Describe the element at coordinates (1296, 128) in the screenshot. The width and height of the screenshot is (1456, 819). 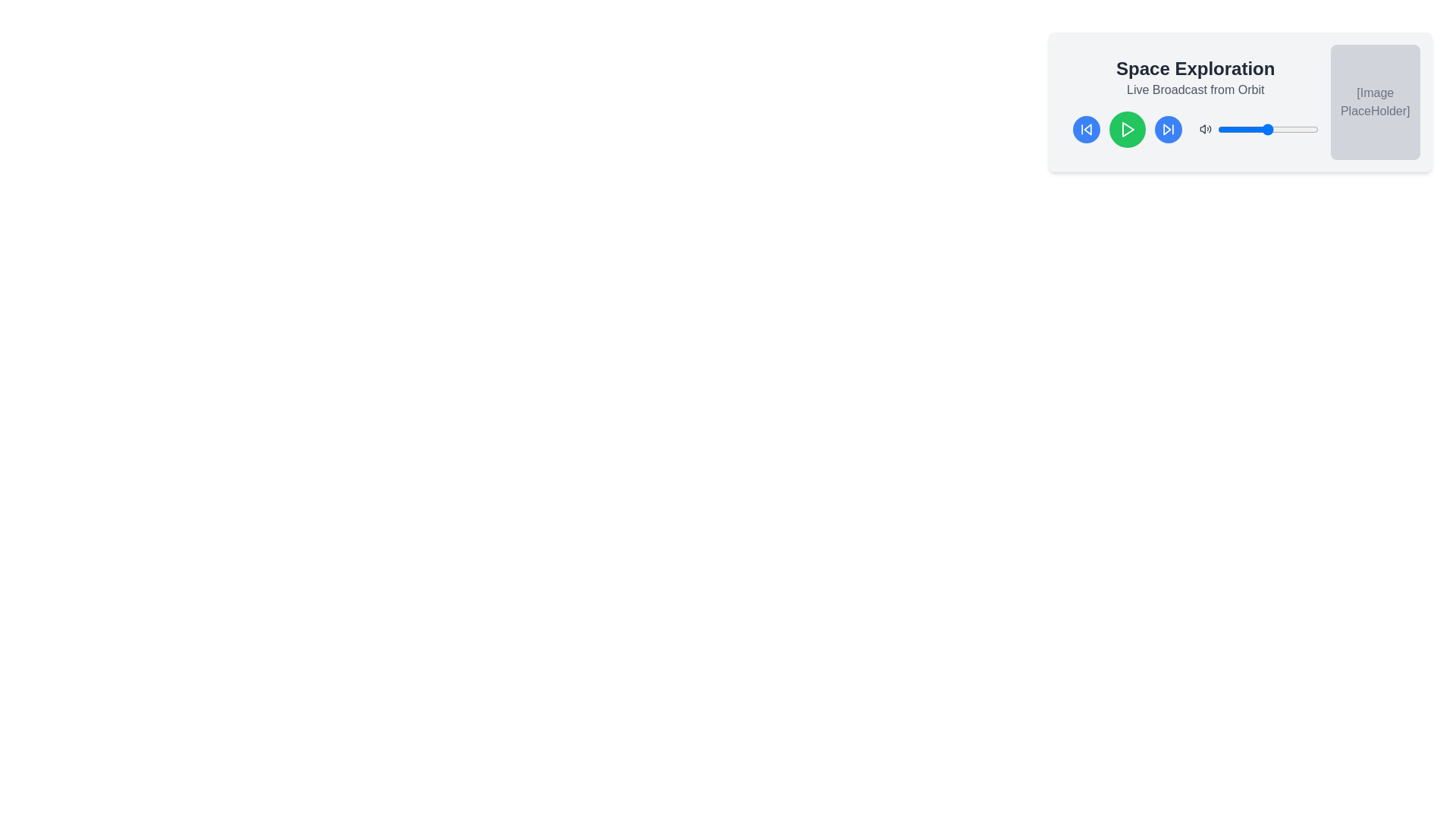
I see `slider value` at that location.